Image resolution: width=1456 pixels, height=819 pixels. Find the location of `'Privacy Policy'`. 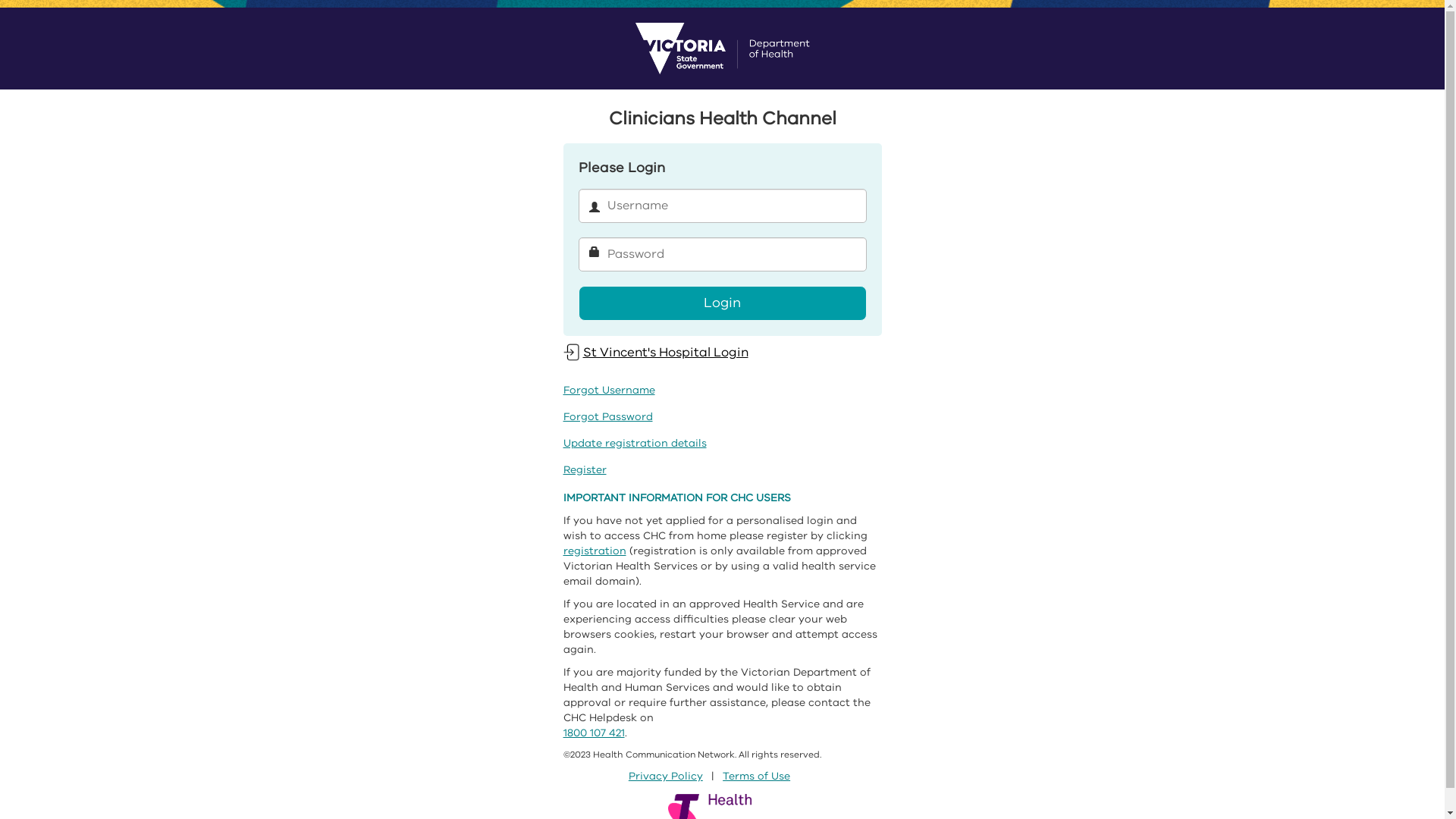

'Privacy Policy' is located at coordinates (666, 776).